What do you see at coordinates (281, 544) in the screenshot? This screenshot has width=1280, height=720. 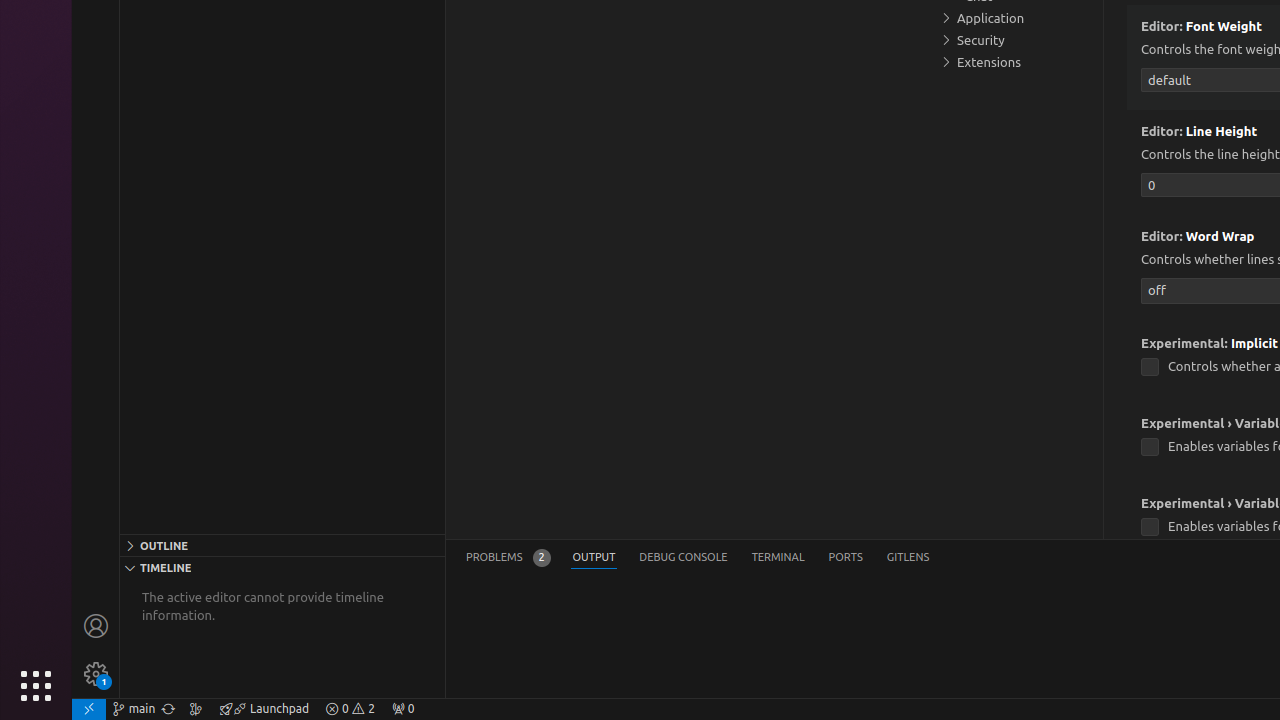 I see `'Outline Section'` at bounding box center [281, 544].